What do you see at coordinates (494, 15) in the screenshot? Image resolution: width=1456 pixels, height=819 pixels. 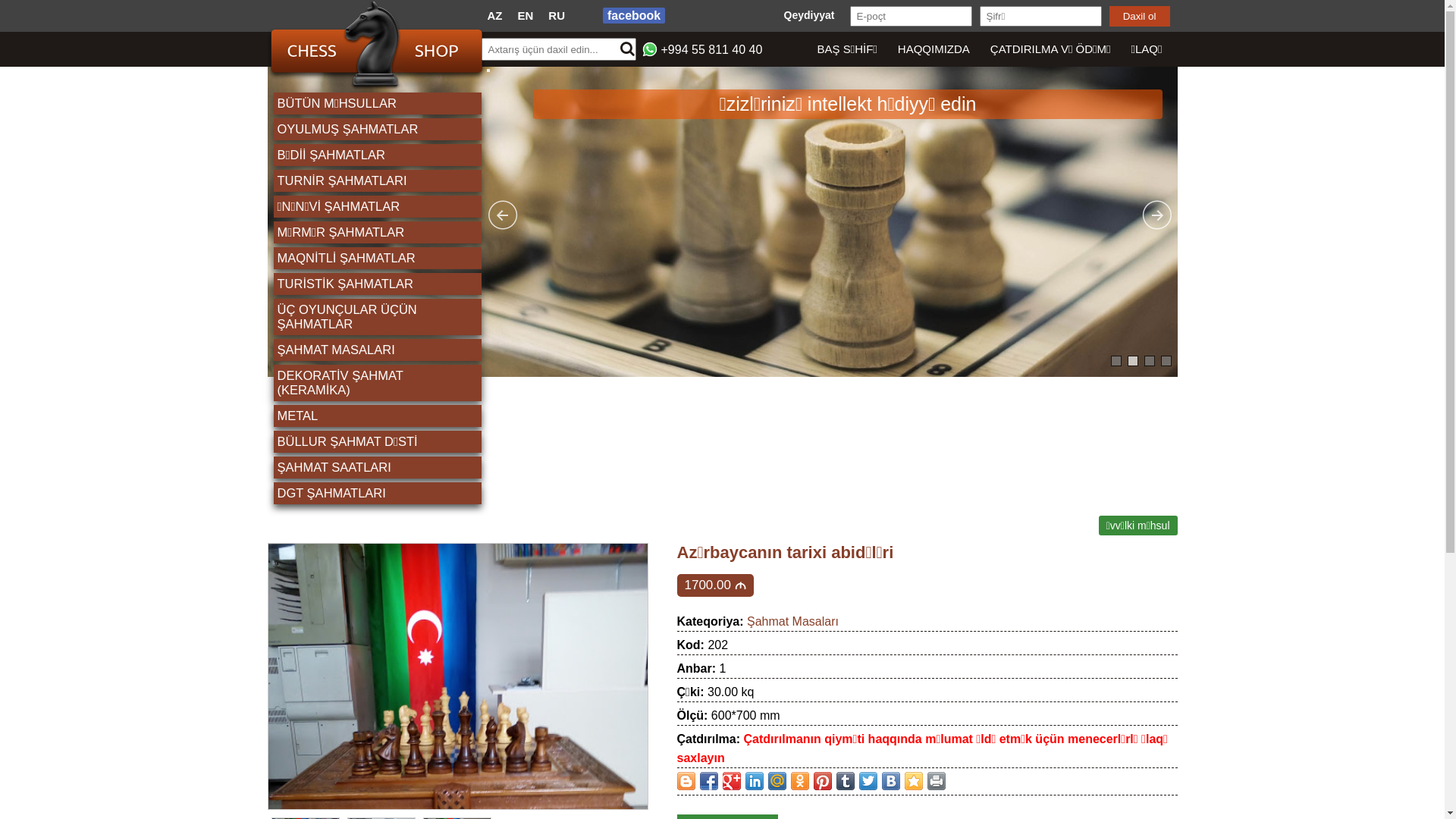 I see `'AZ'` at bounding box center [494, 15].